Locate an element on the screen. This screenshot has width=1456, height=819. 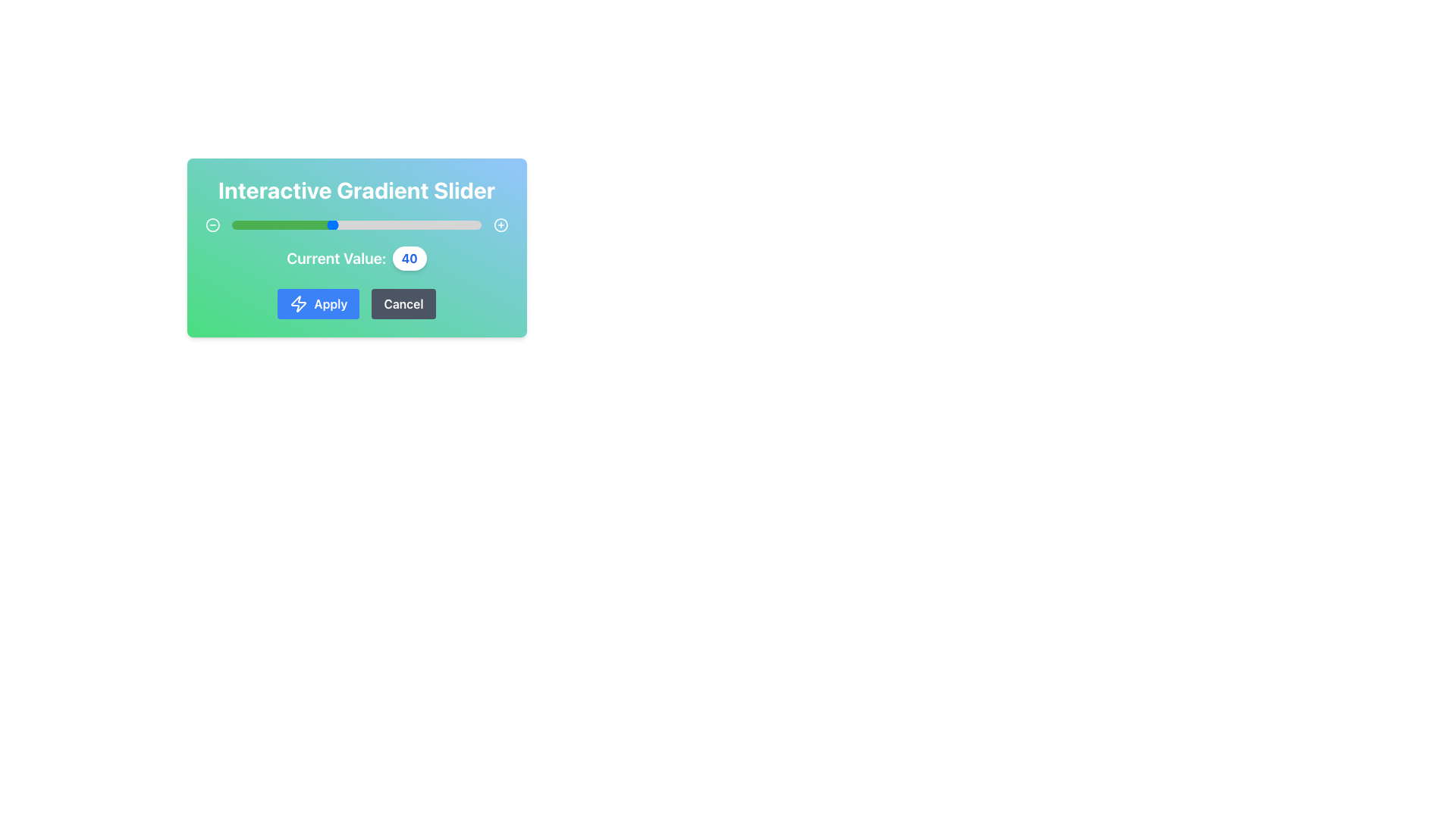
the slider is located at coordinates (343, 225).